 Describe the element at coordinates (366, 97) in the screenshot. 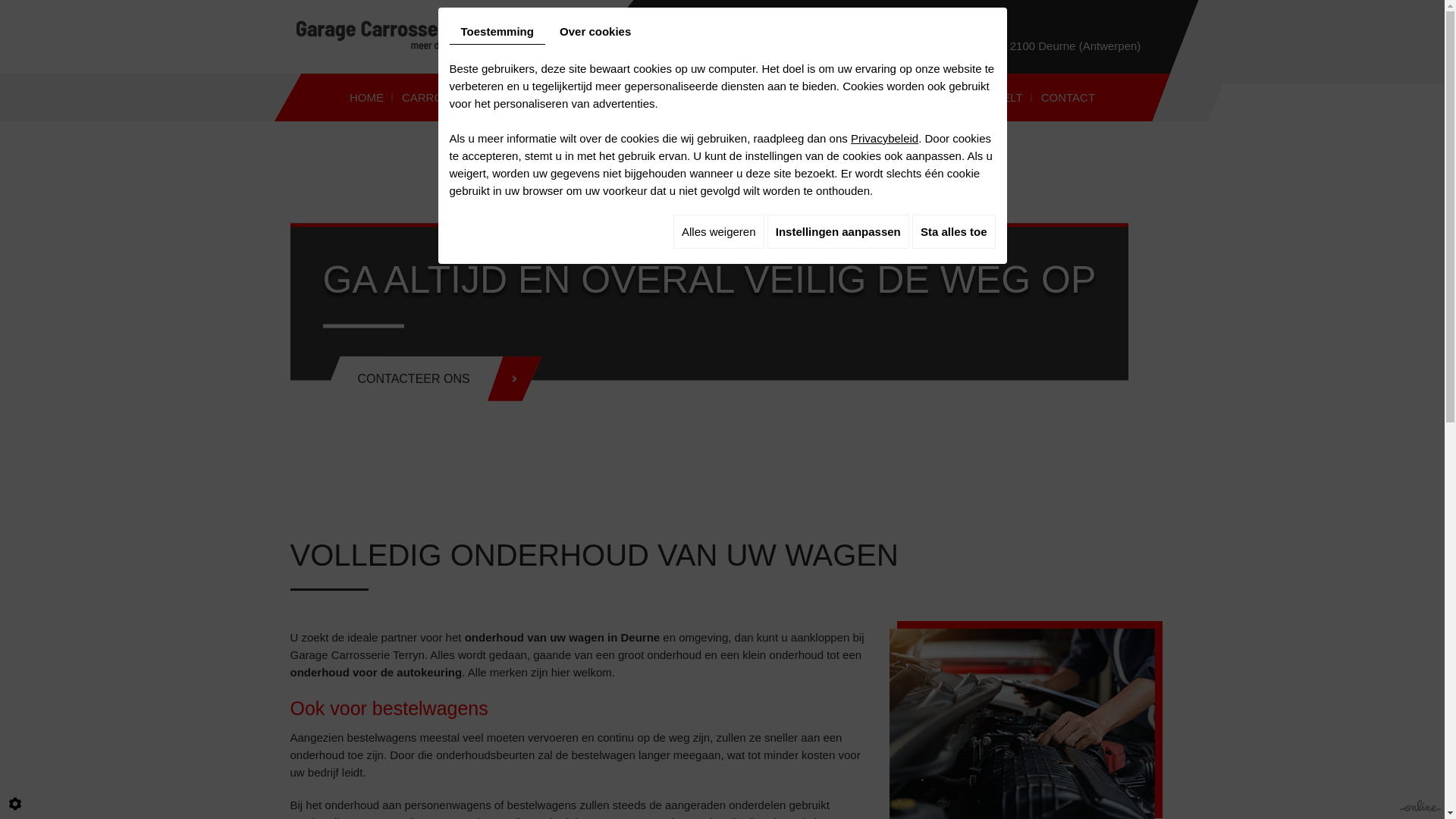

I see `'HOME'` at that location.